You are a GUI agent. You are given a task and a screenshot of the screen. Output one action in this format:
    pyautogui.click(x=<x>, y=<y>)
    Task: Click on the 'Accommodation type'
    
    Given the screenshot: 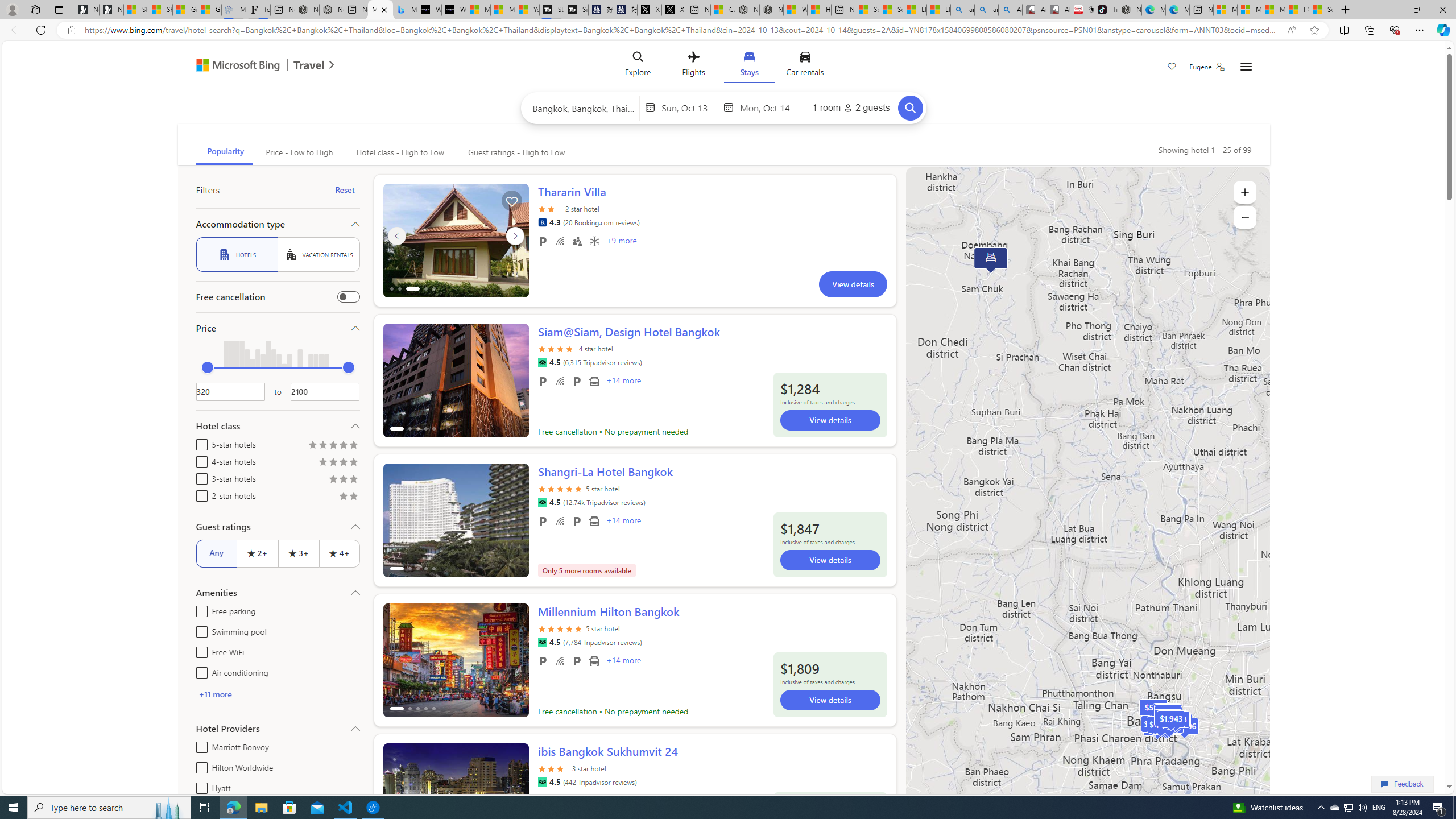 What is the action you would take?
    pyautogui.click(x=276, y=223)
    